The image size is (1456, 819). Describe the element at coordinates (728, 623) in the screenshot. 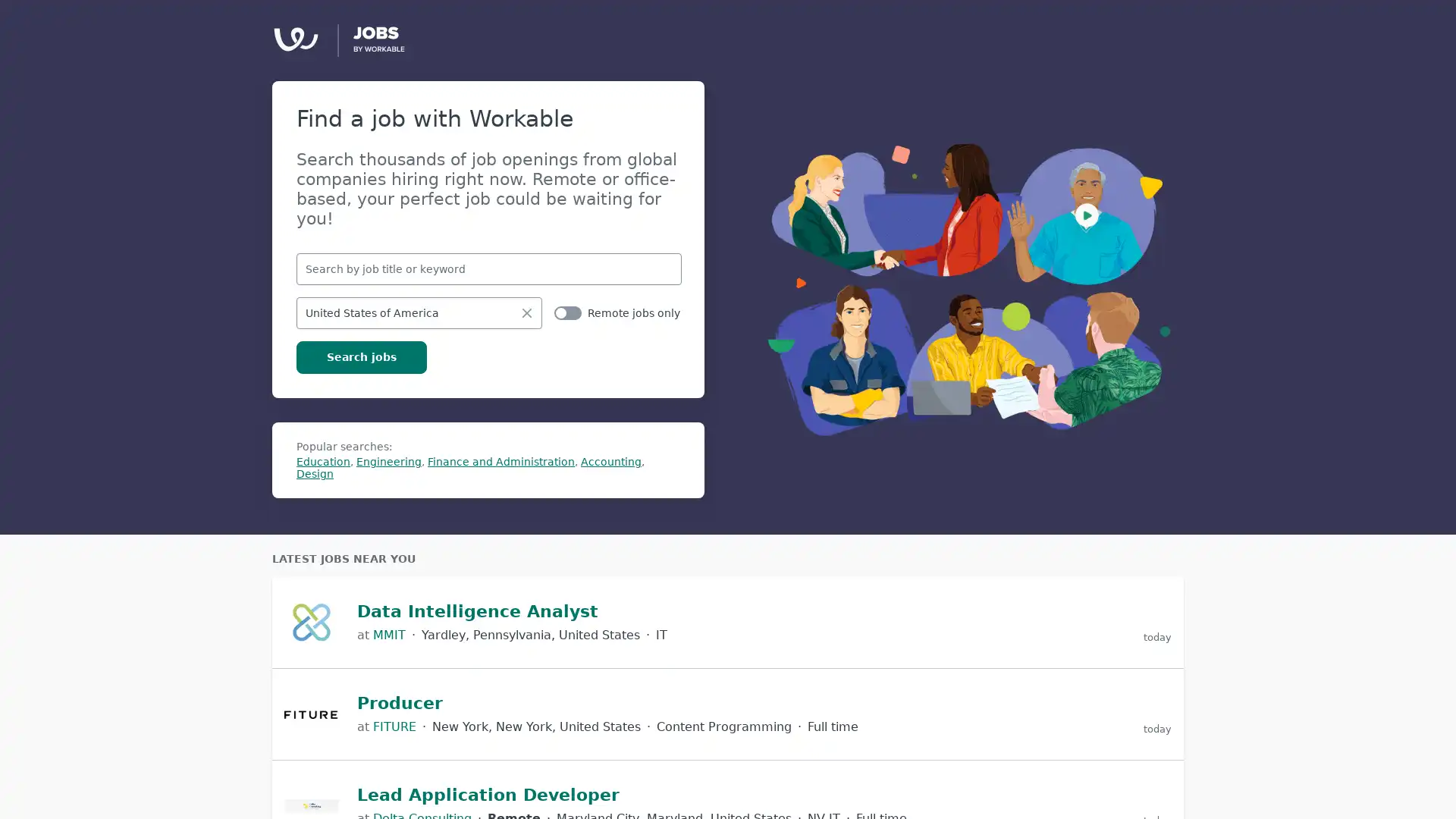

I see `Data Intelligence Analyst at MMIT` at that location.